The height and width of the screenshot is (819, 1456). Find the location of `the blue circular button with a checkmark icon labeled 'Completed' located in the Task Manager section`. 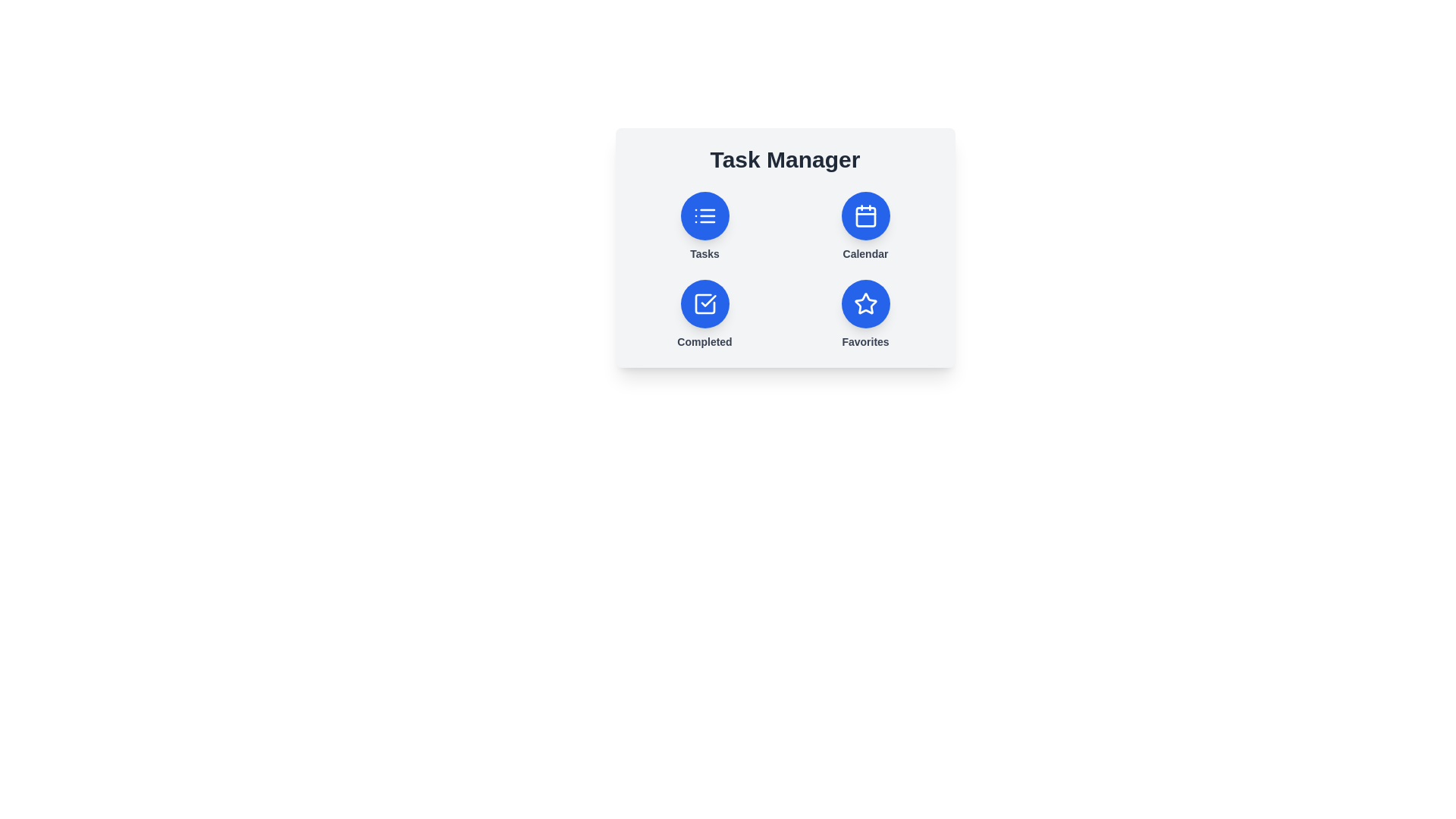

the blue circular button with a checkmark icon labeled 'Completed' located in the Task Manager section is located at coordinates (704, 314).